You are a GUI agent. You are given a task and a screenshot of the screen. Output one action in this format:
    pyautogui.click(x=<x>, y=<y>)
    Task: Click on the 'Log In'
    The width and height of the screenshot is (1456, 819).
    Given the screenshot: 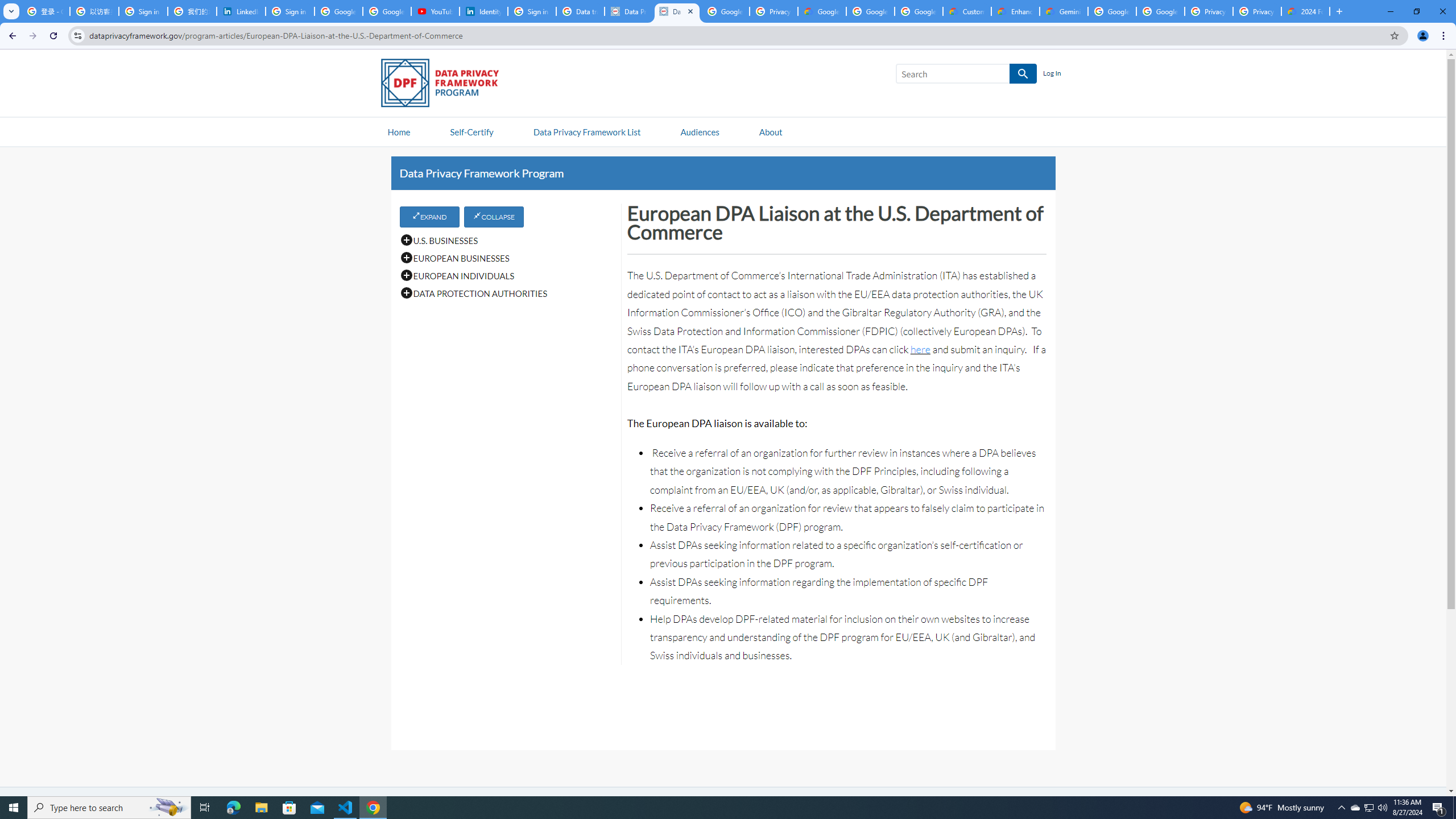 What is the action you would take?
    pyautogui.click(x=1051, y=73)
    